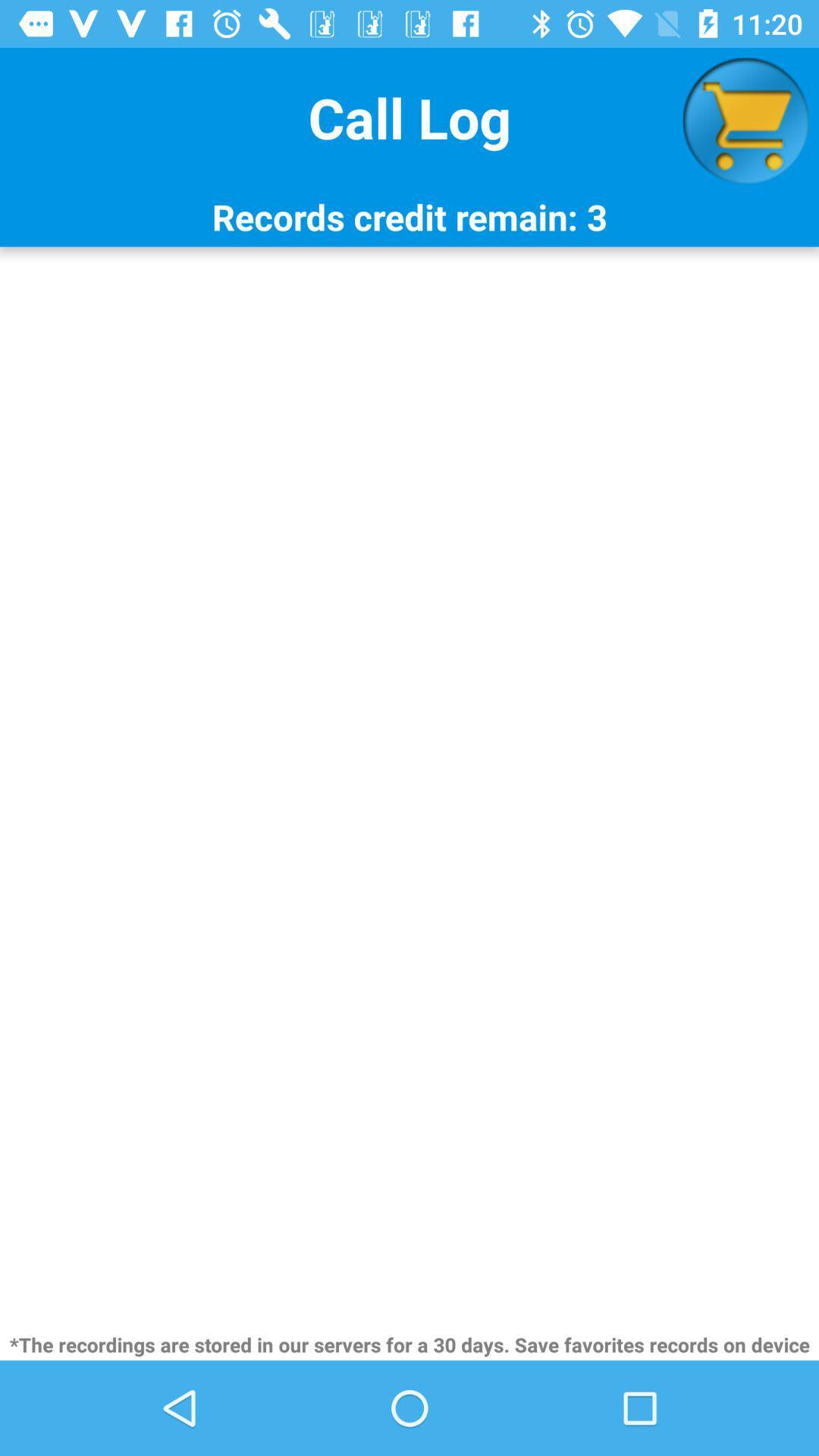 The height and width of the screenshot is (1456, 819). I want to click on icon above the the recordings are icon, so click(409, 788).